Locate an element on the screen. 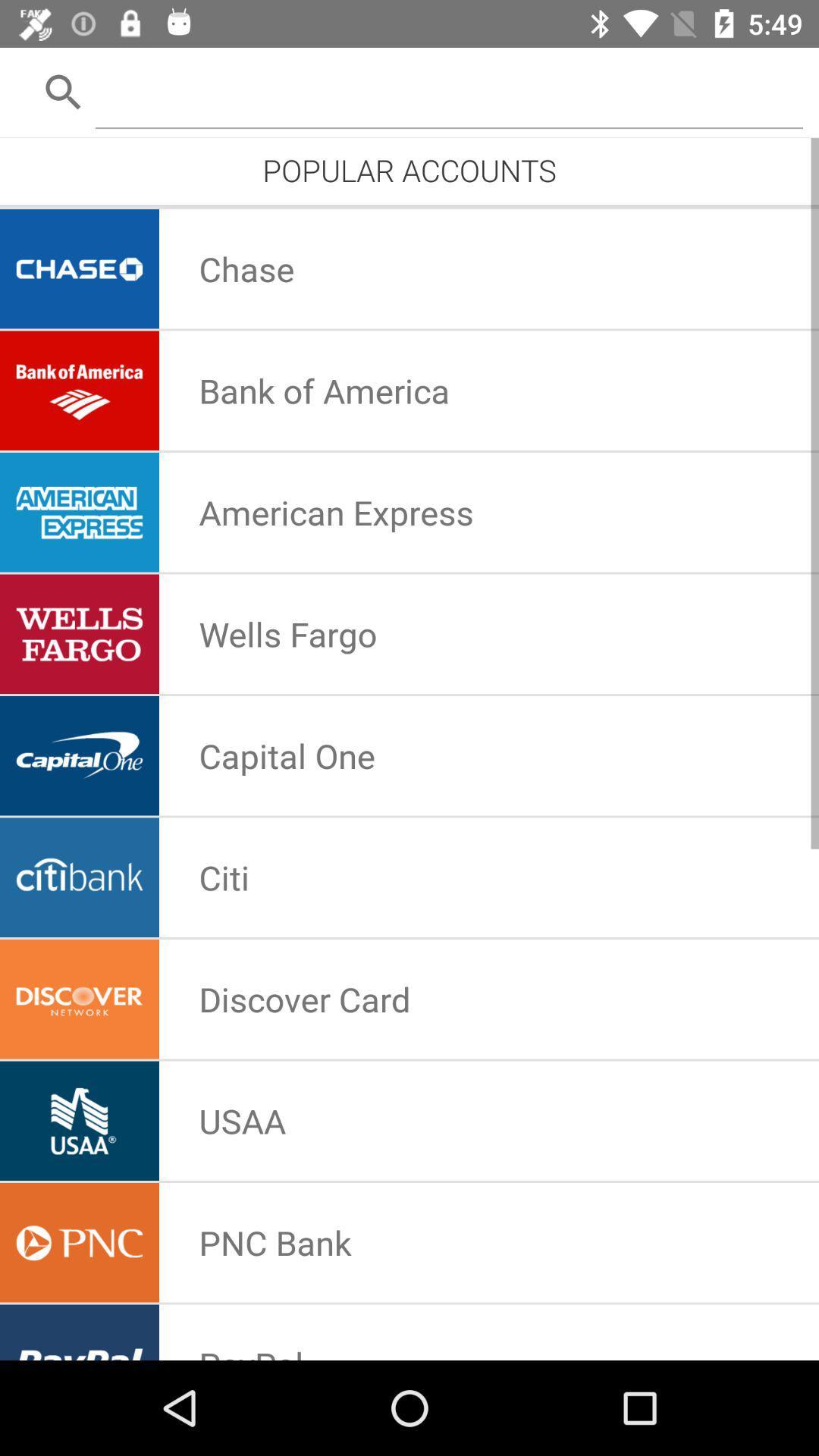  usaa app is located at coordinates (241, 1121).